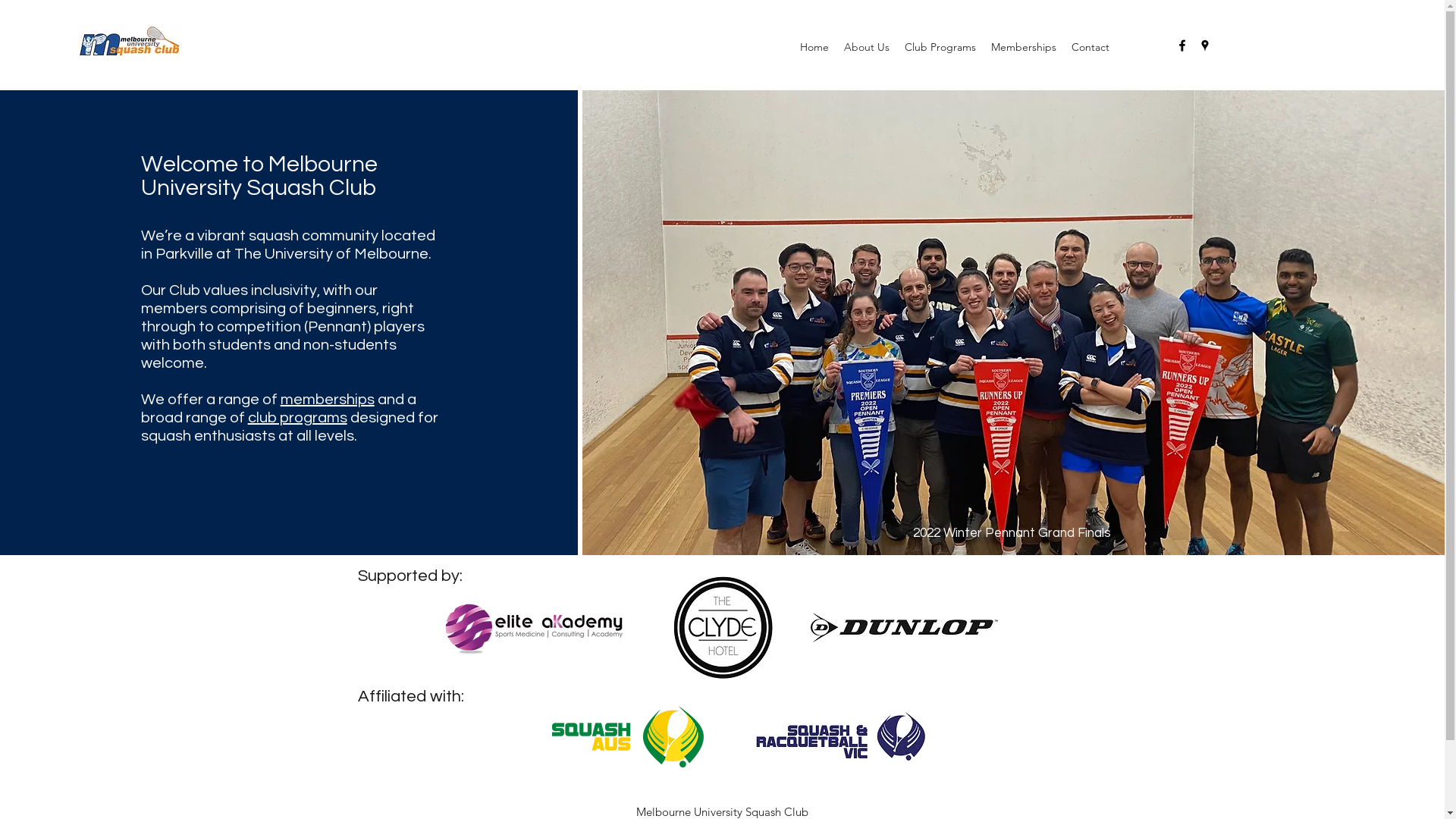  What do you see at coordinates (327, 399) in the screenshot?
I see `'memberships'` at bounding box center [327, 399].